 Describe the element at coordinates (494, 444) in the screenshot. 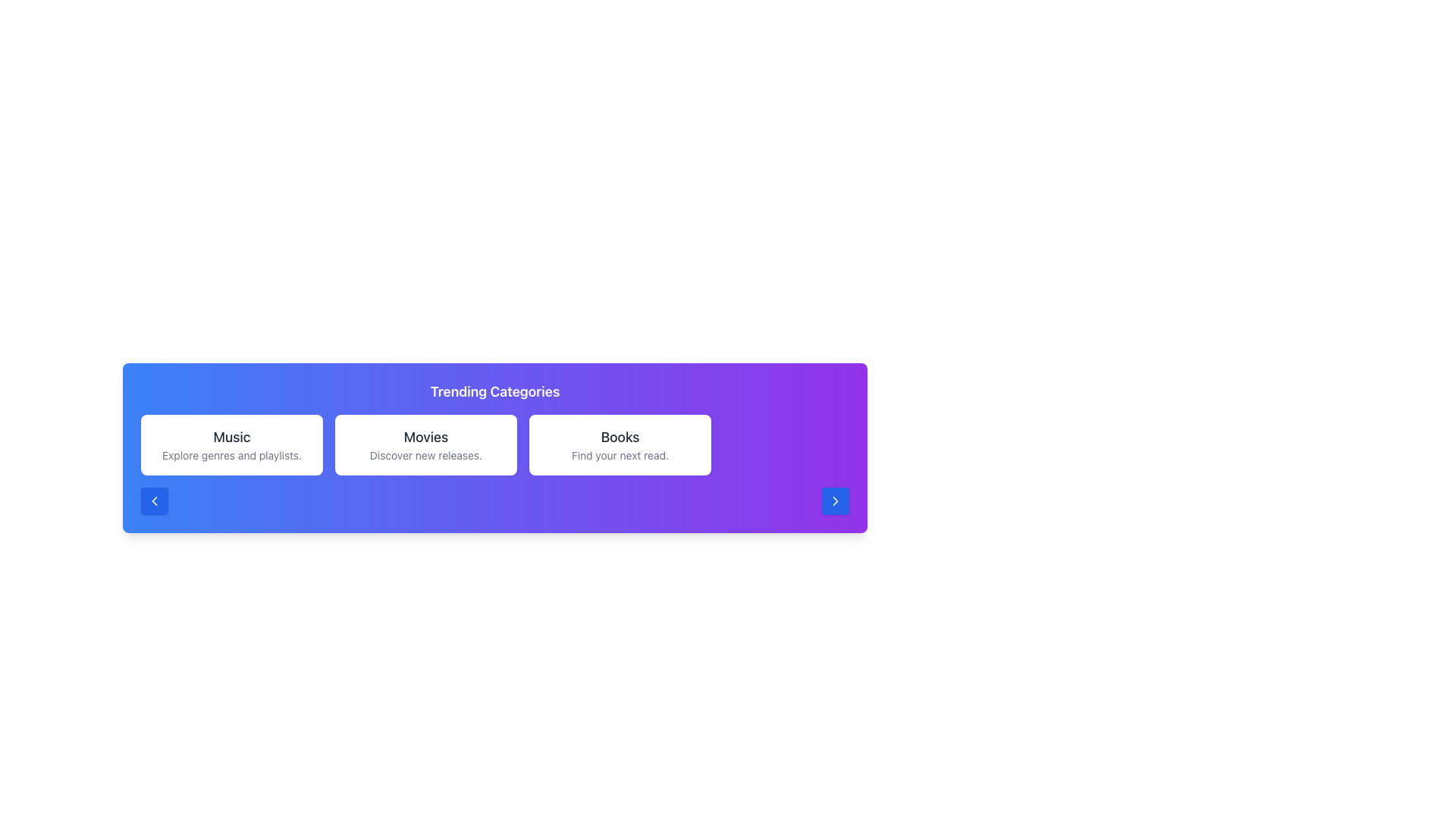

I see `the 'Movies' card in the 'Trending Categories' section` at that location.